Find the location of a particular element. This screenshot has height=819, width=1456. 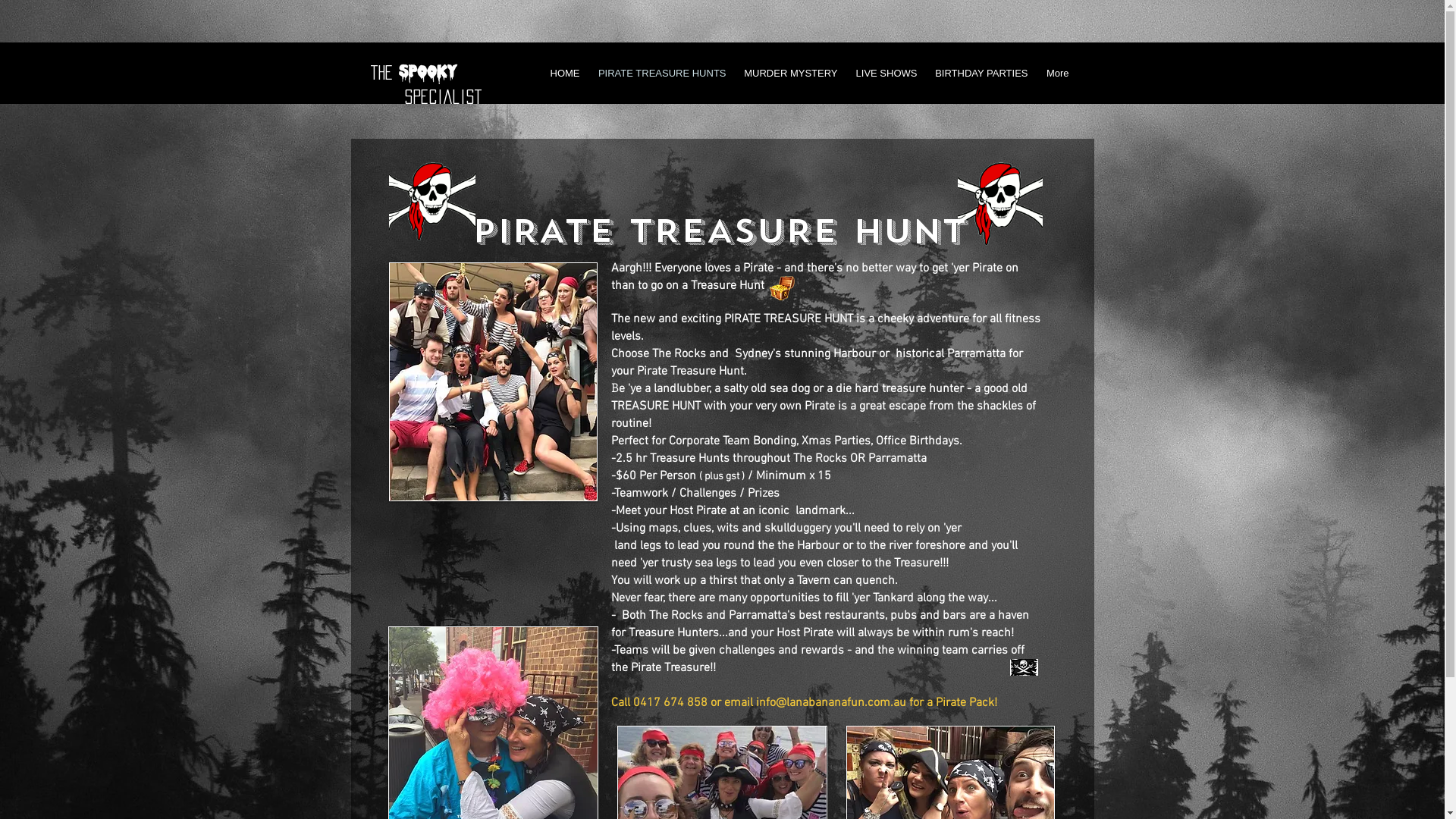

'the            specialist' is located at coordinates (370, 84).